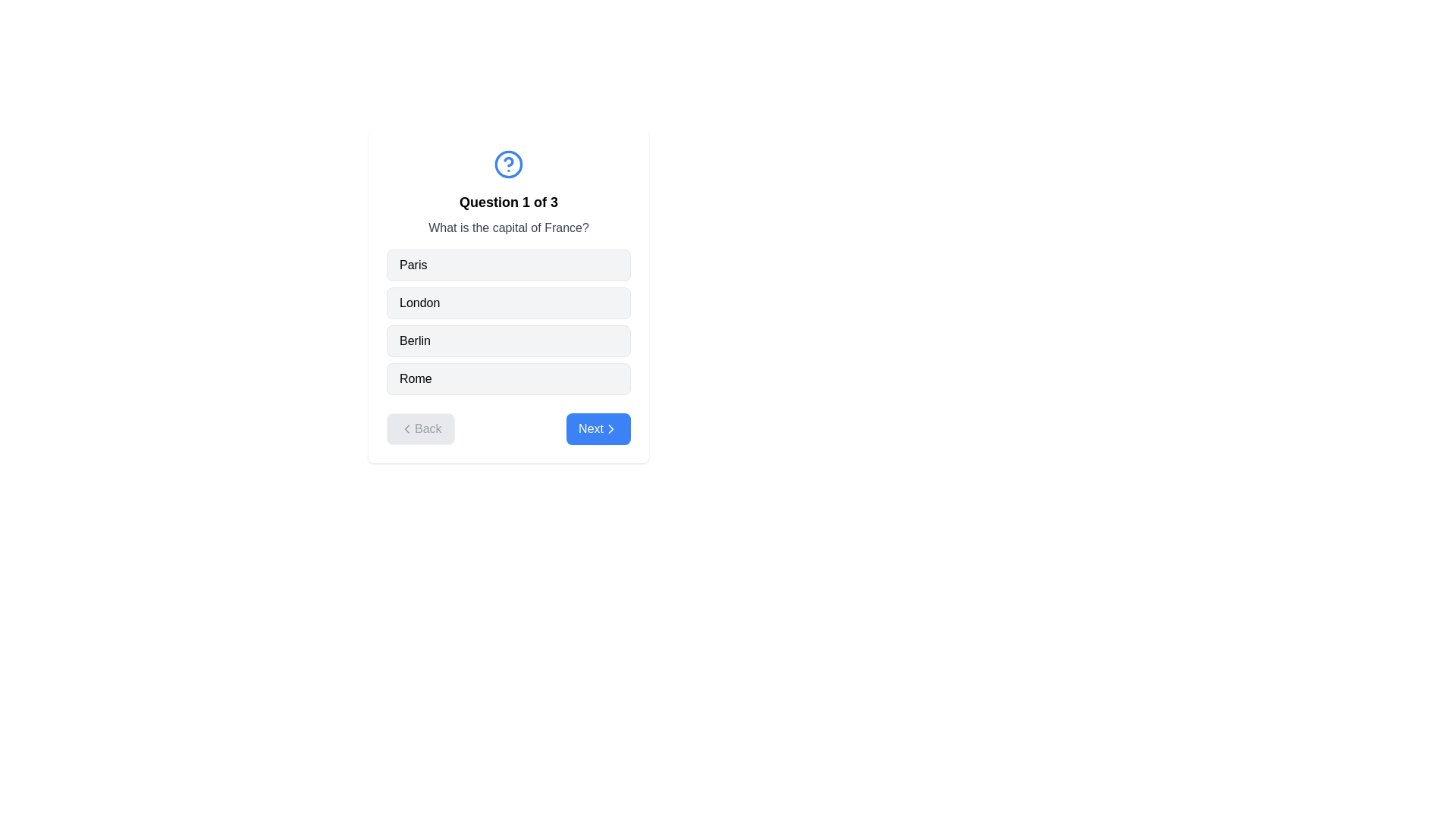 The image size is (1456, 819). What do you see at coordinates (415, 341) in the screenshot?
I see `the text label displaying 'Berlin' in black, which is located within a light gray rectangular button below the quiz question` at bounding box center [415, 341].